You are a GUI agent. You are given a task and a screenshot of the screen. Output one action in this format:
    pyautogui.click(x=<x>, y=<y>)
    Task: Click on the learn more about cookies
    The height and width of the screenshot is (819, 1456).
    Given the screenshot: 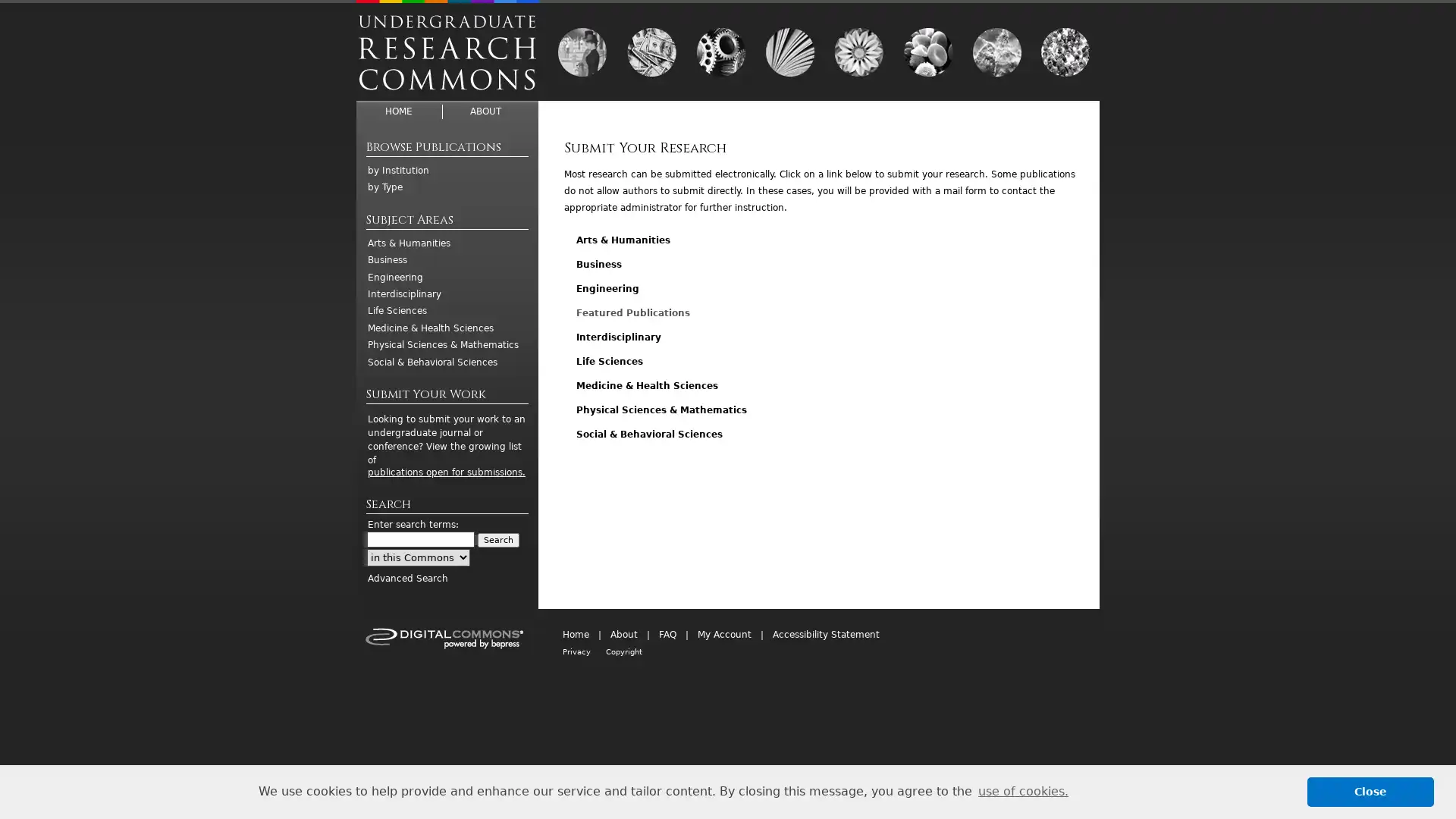 What is the action you would take?
    pyautogui.click(x=1022, y=791)
    